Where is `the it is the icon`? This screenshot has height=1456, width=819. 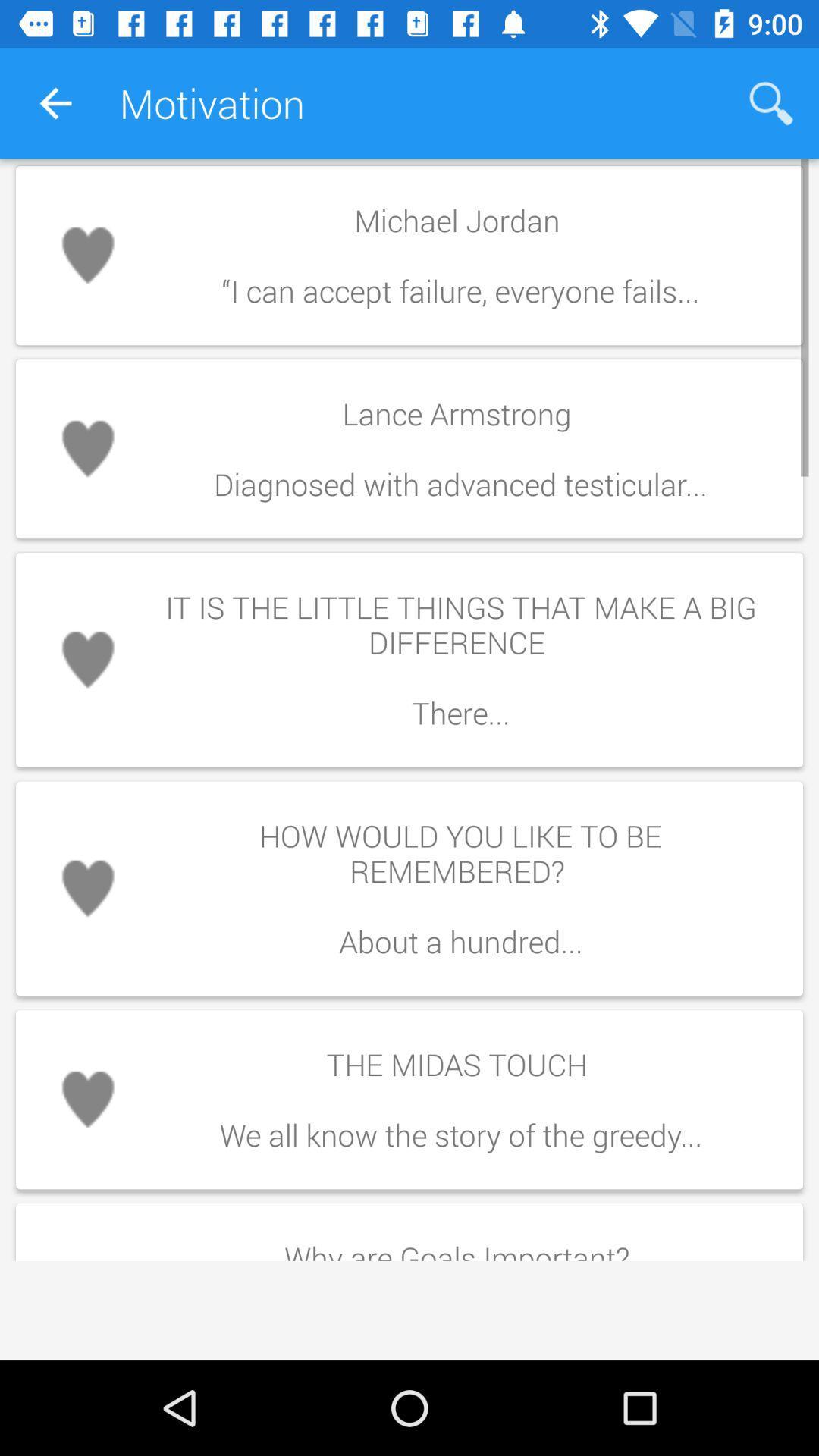 the it is the icon is located at coordinates (460, 660).